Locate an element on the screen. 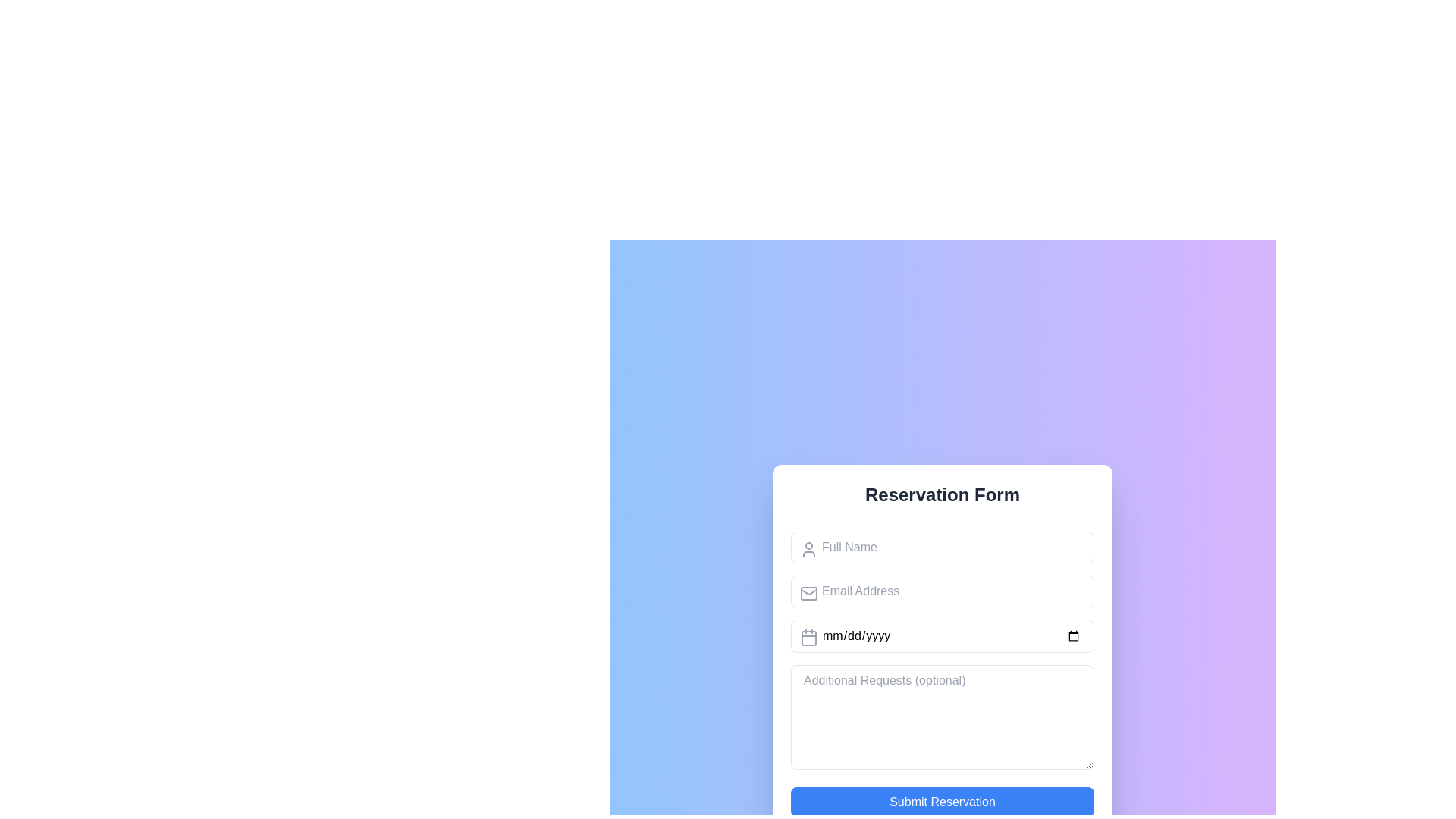  the rectangular icon background with rounded corners, styled with a light gray fill, located inside the calendar icon to the left of the date input field in the reservation form is located at coordinates (808, 638).